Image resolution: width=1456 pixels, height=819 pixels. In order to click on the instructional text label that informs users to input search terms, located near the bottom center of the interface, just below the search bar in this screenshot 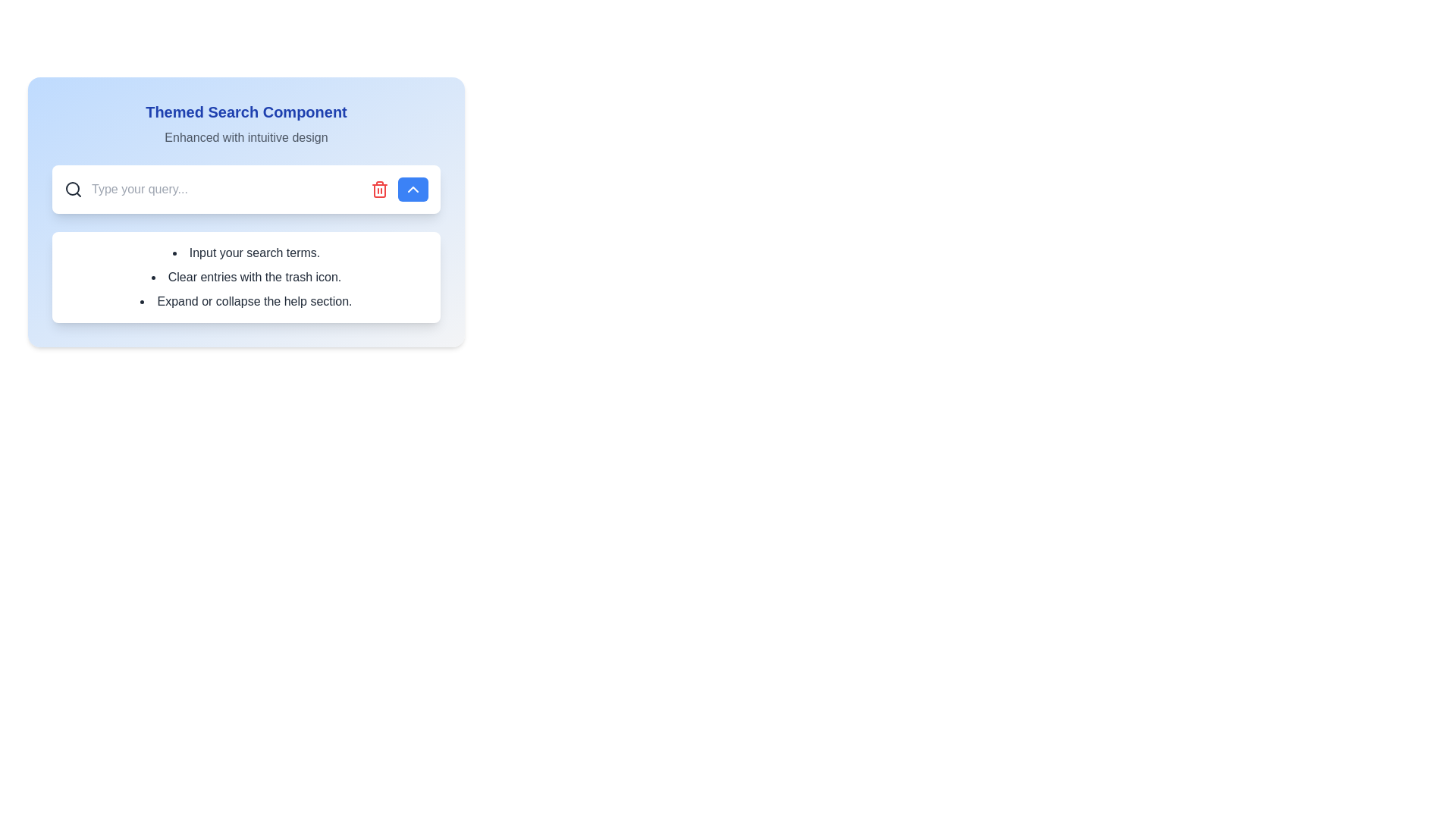, I will do `click(246, 253)`.